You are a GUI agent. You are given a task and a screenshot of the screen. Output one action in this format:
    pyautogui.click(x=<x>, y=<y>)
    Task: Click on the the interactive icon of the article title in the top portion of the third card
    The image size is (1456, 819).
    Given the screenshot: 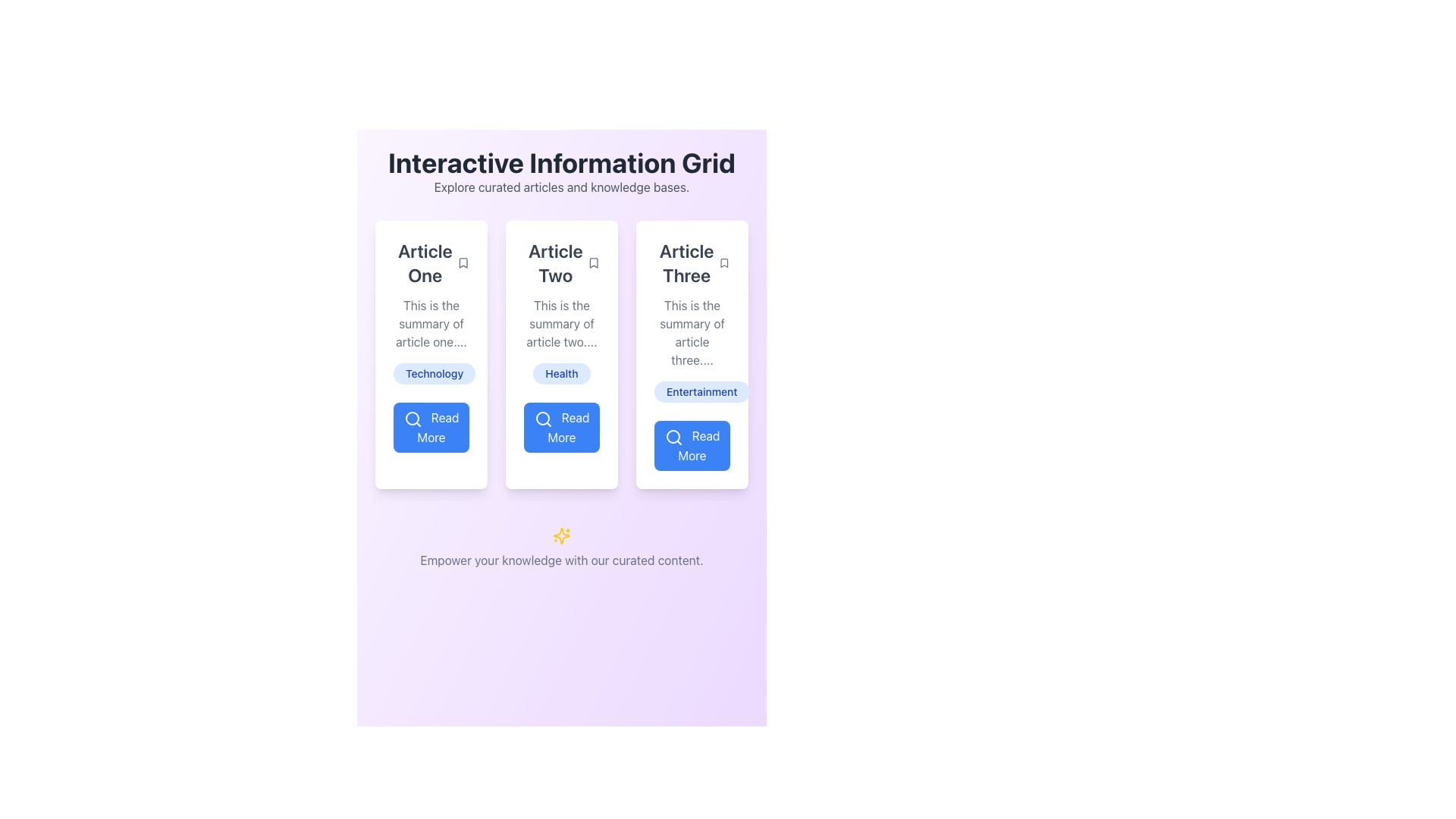 What is the action you would take?
    pyautogui.click(x=691, y=262)
    